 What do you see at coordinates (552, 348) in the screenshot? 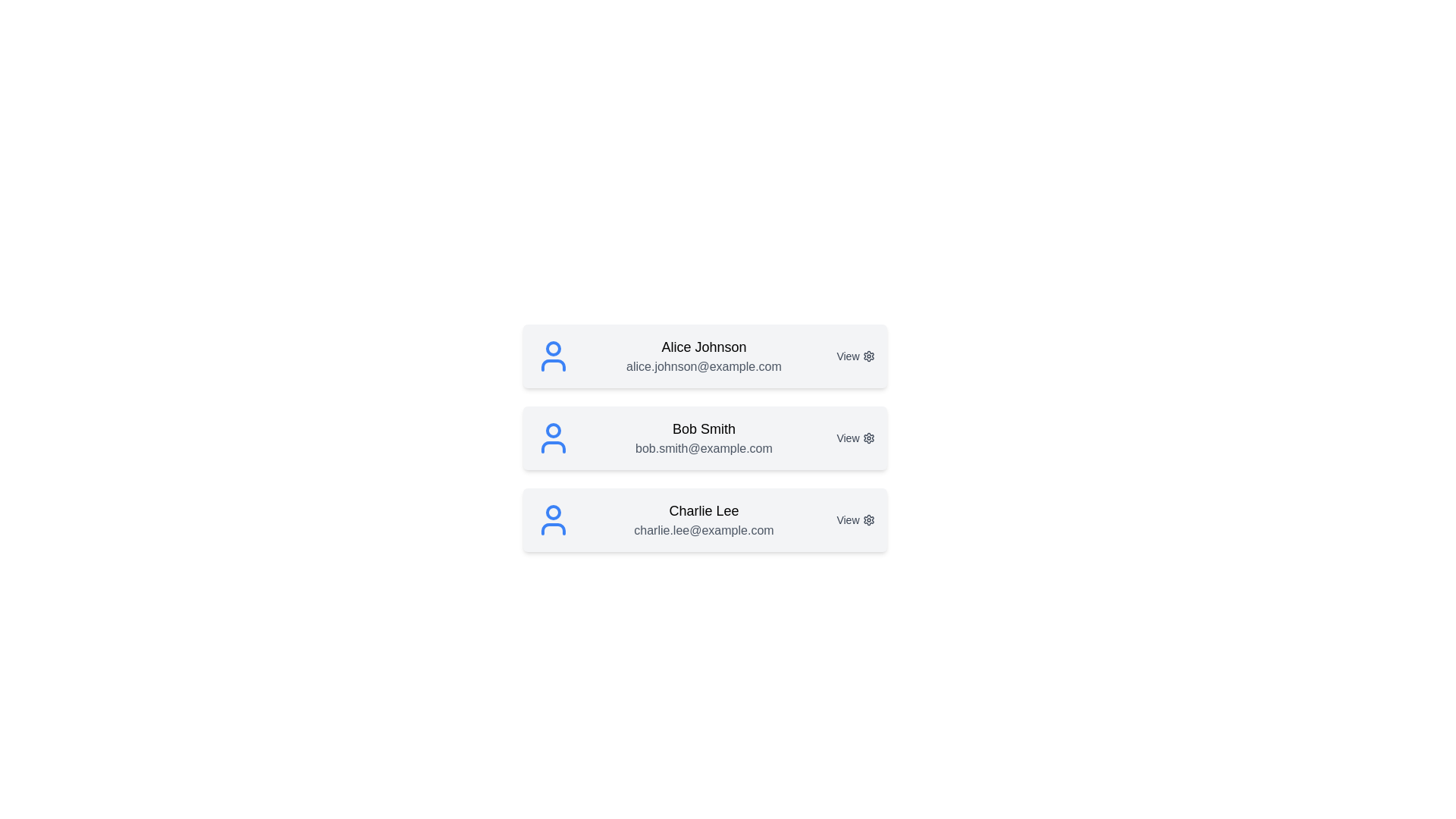
I see `the decorative graphical element, which is a blue circular shape located at the upper left of the first row, superimposed on the user's icon` at bounding box center [552, 348].